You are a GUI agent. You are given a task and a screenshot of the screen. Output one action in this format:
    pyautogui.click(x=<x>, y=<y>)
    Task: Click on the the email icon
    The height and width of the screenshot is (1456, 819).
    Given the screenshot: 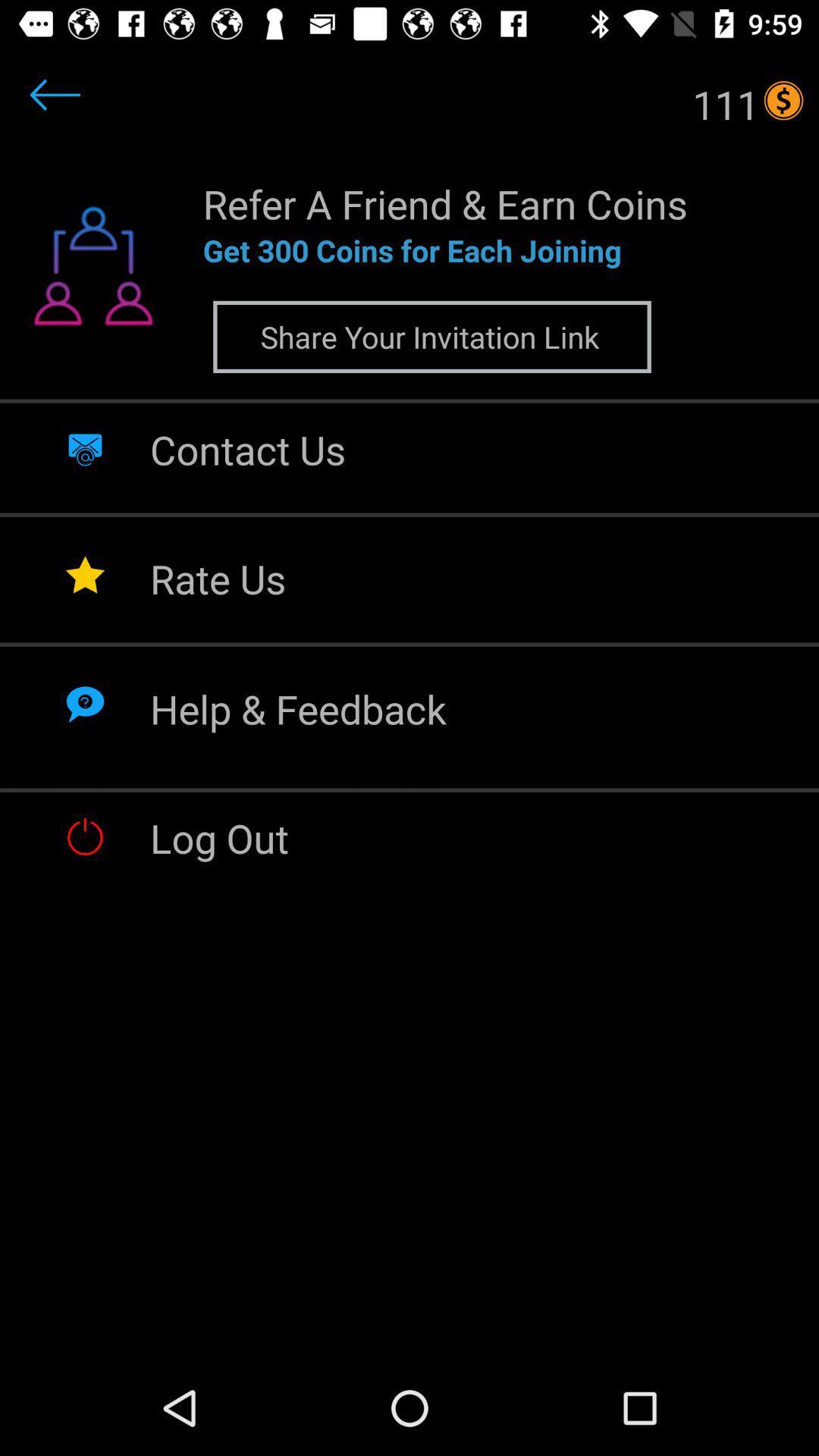 What is the action you would take?
    pyautogui.click(x=85, y=447)
    